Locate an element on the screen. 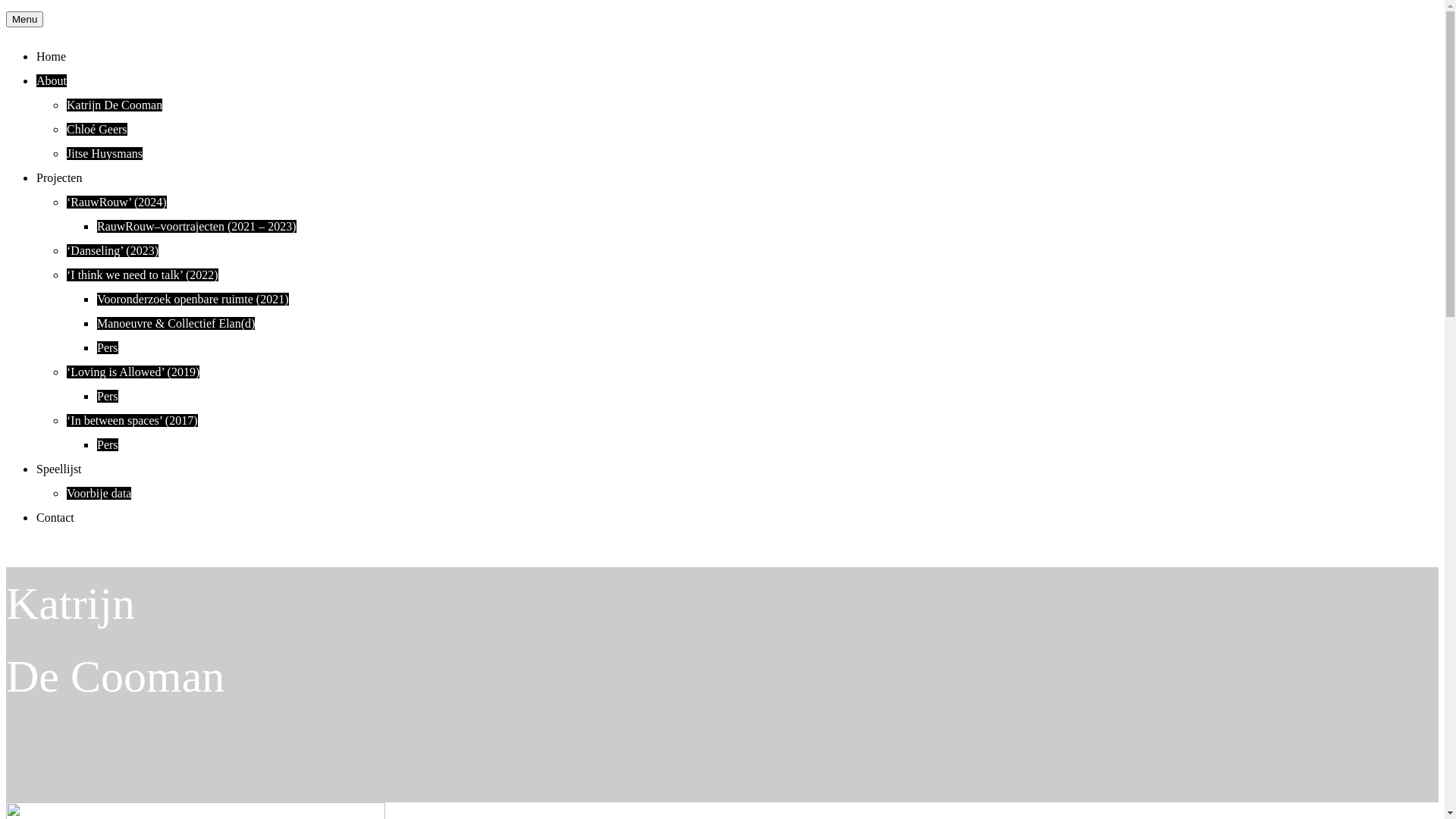 This screenshot has height=819, width=1456. 'Manoeuvre & Collectief Elan(d)' is located at coordinates (175, 322).